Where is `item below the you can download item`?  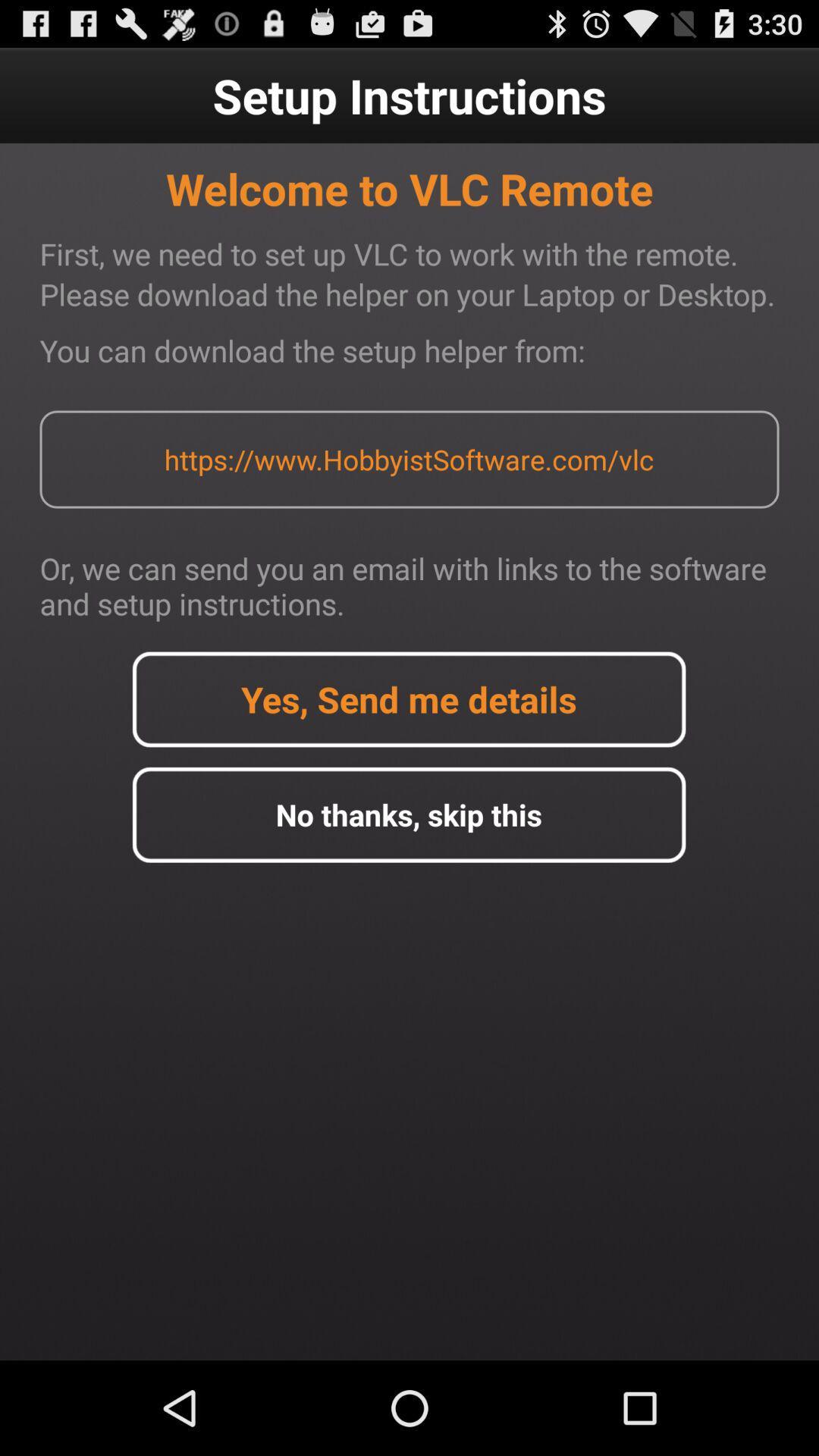 item below the you can download item is located at coordinates (408, 458).